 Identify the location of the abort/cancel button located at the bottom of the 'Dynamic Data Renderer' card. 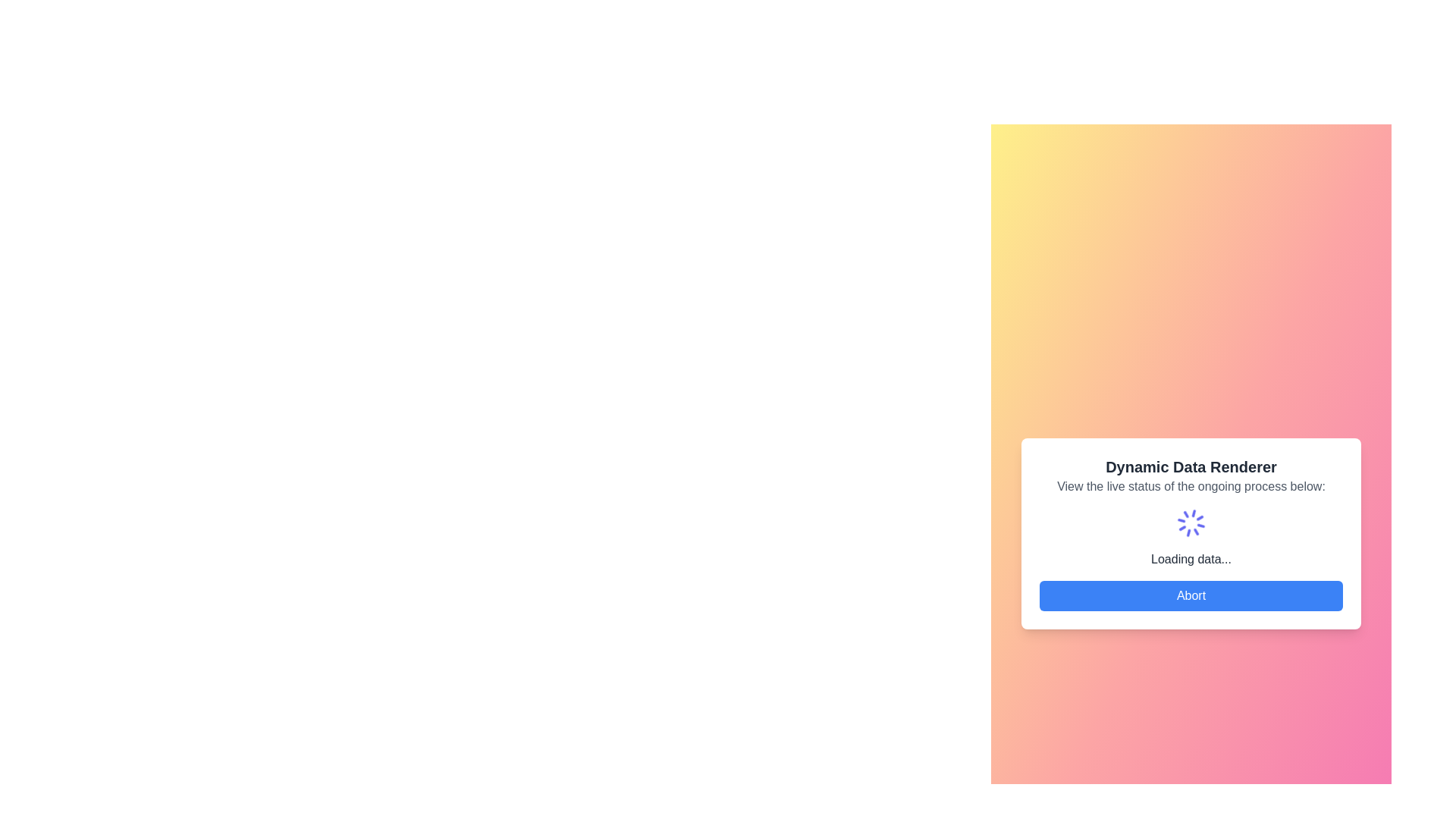
(1190, 595).